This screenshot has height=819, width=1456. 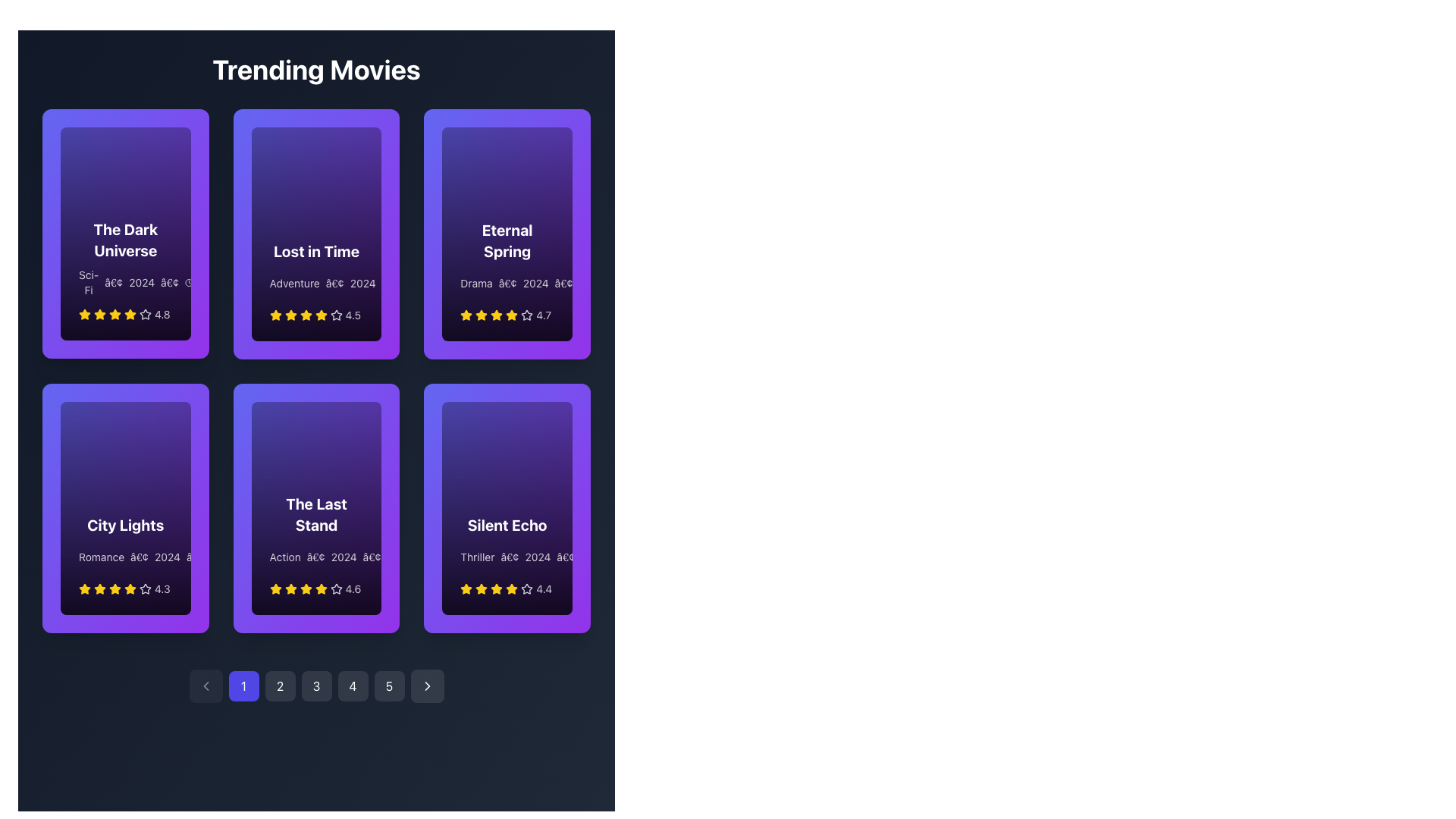 I want to click on the 'City Lights' informational card, which features a purple gradient background and includes the title 'City Lights' in bold white font, descriptive information, and a rating stars line, so click(x=125, y=508).